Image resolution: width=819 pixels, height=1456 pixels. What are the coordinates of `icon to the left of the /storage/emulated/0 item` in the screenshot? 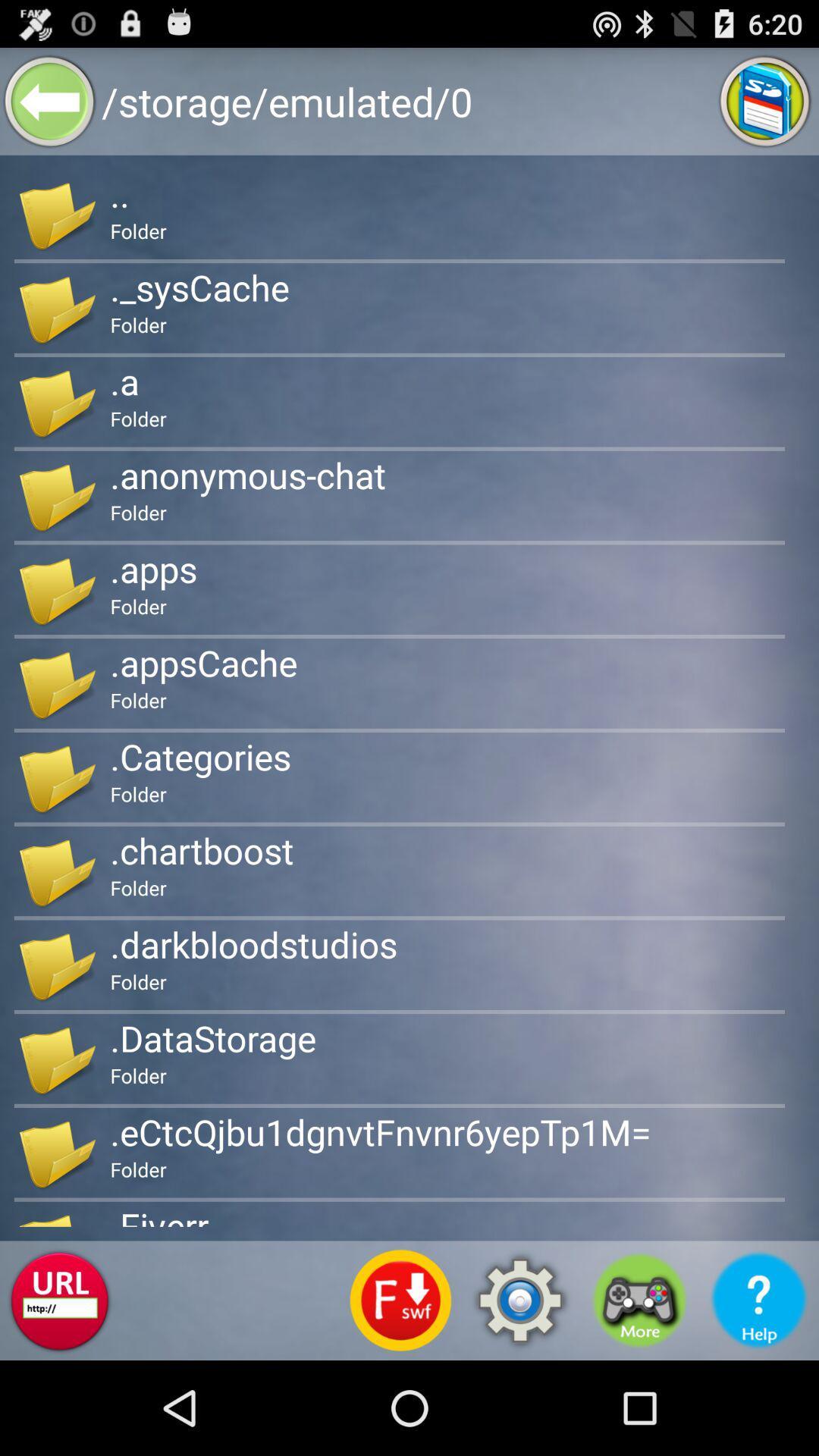 It's located at (49, 100).